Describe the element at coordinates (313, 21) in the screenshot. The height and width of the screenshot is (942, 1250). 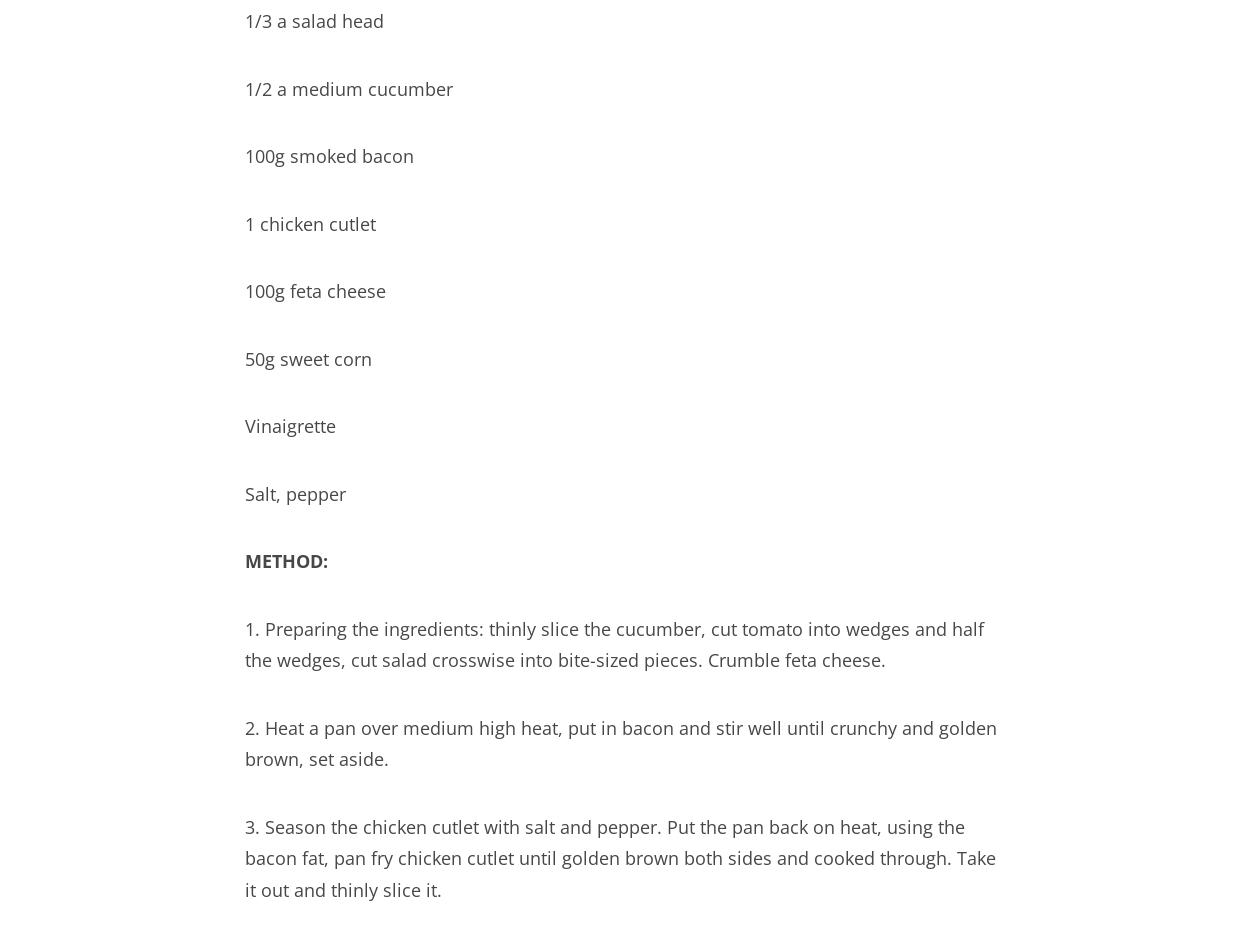
I see `'1/3 a salad head'` at that location.